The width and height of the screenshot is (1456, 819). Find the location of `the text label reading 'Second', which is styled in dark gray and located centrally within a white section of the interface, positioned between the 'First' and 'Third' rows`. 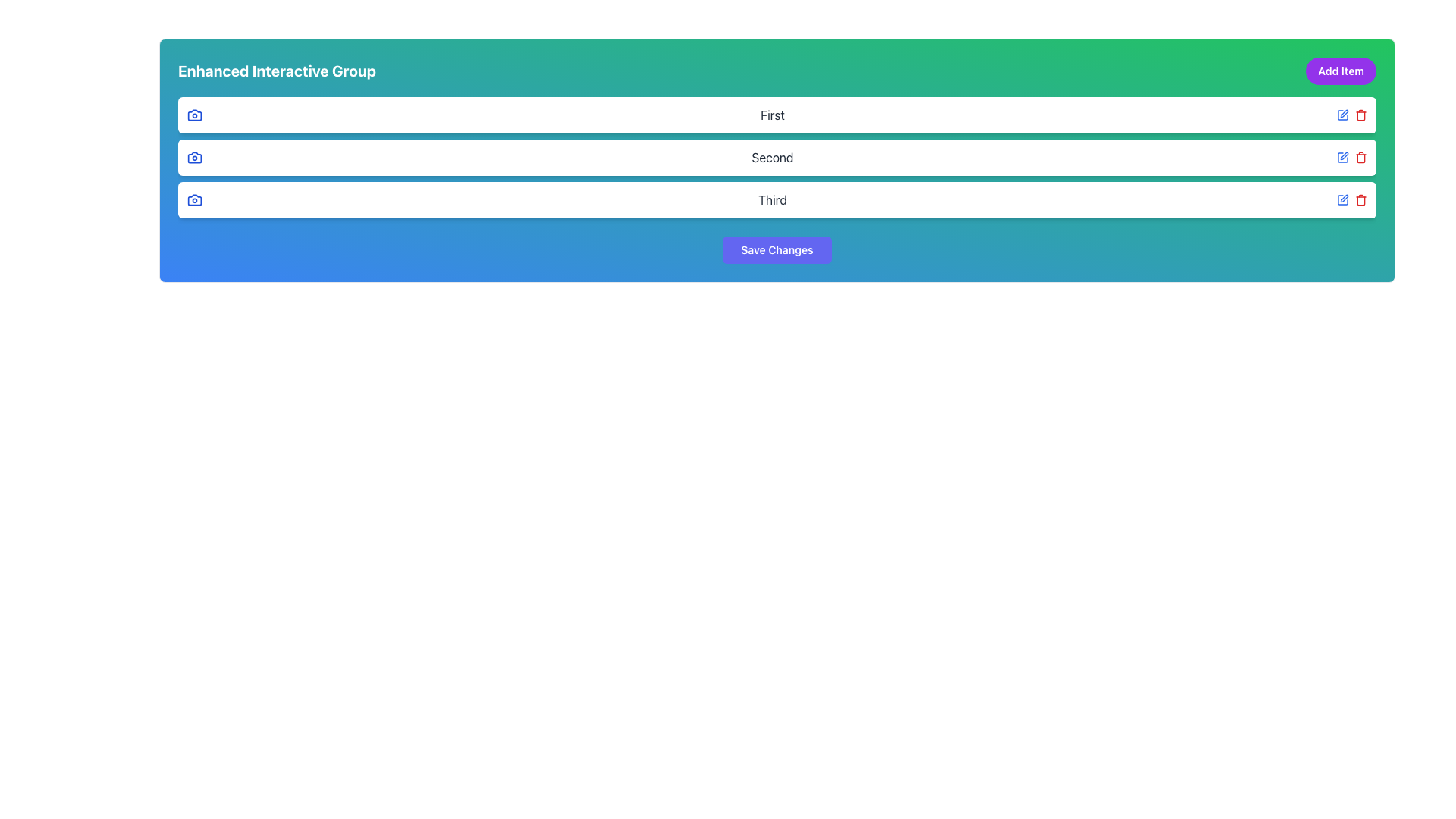

the text label reading 'Second', which is styled in dark gray and located centrally within a white section of the interface, positioned between the 'First' and 'Third' rows is located at coordinates (772, 158).